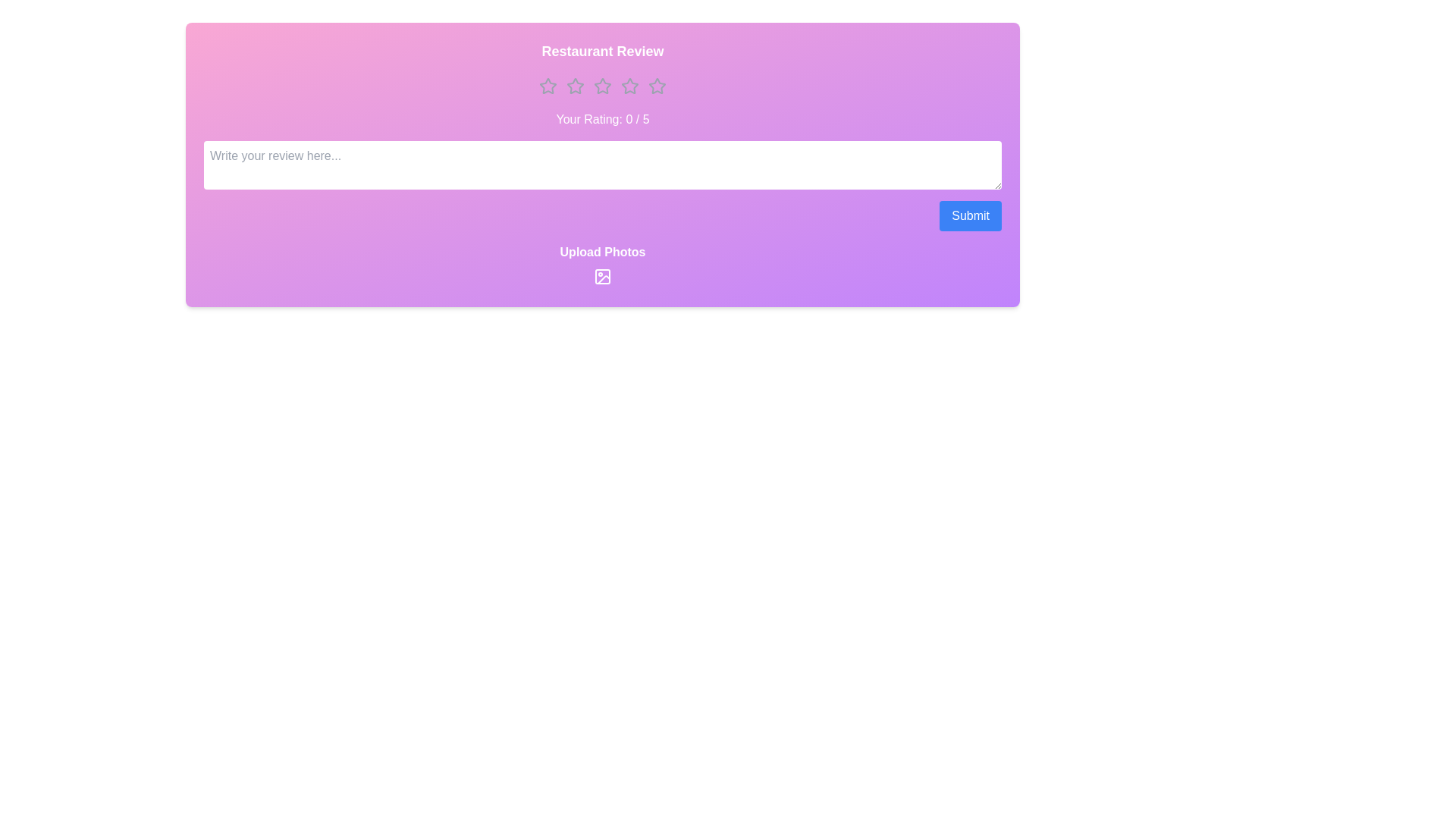  I want to click on the rating to 5 stars by clicking on the respective star, so click(657, 86).